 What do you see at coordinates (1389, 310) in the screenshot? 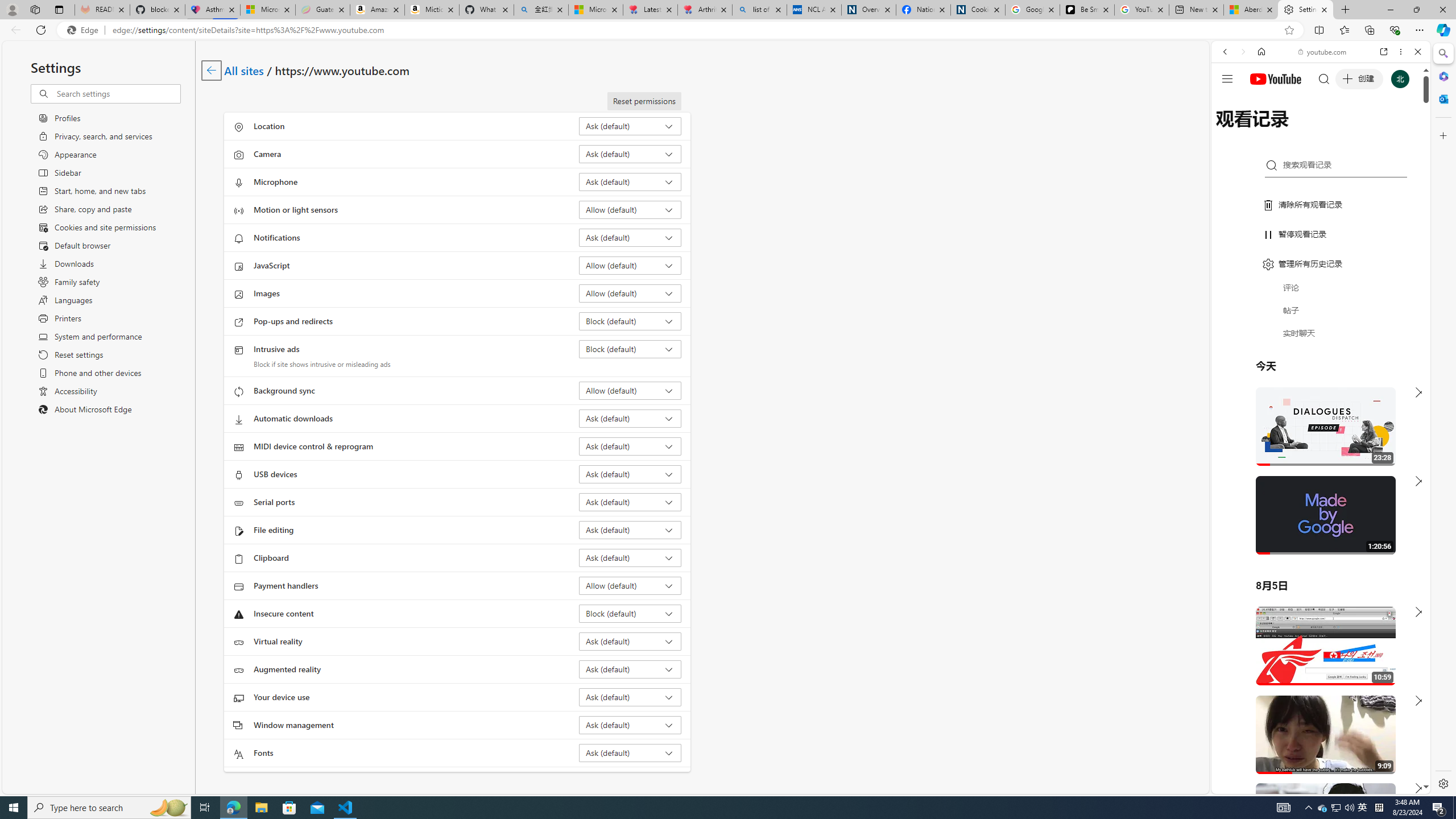
I see `'Show More Music'` at bounding box center [1389, 310].